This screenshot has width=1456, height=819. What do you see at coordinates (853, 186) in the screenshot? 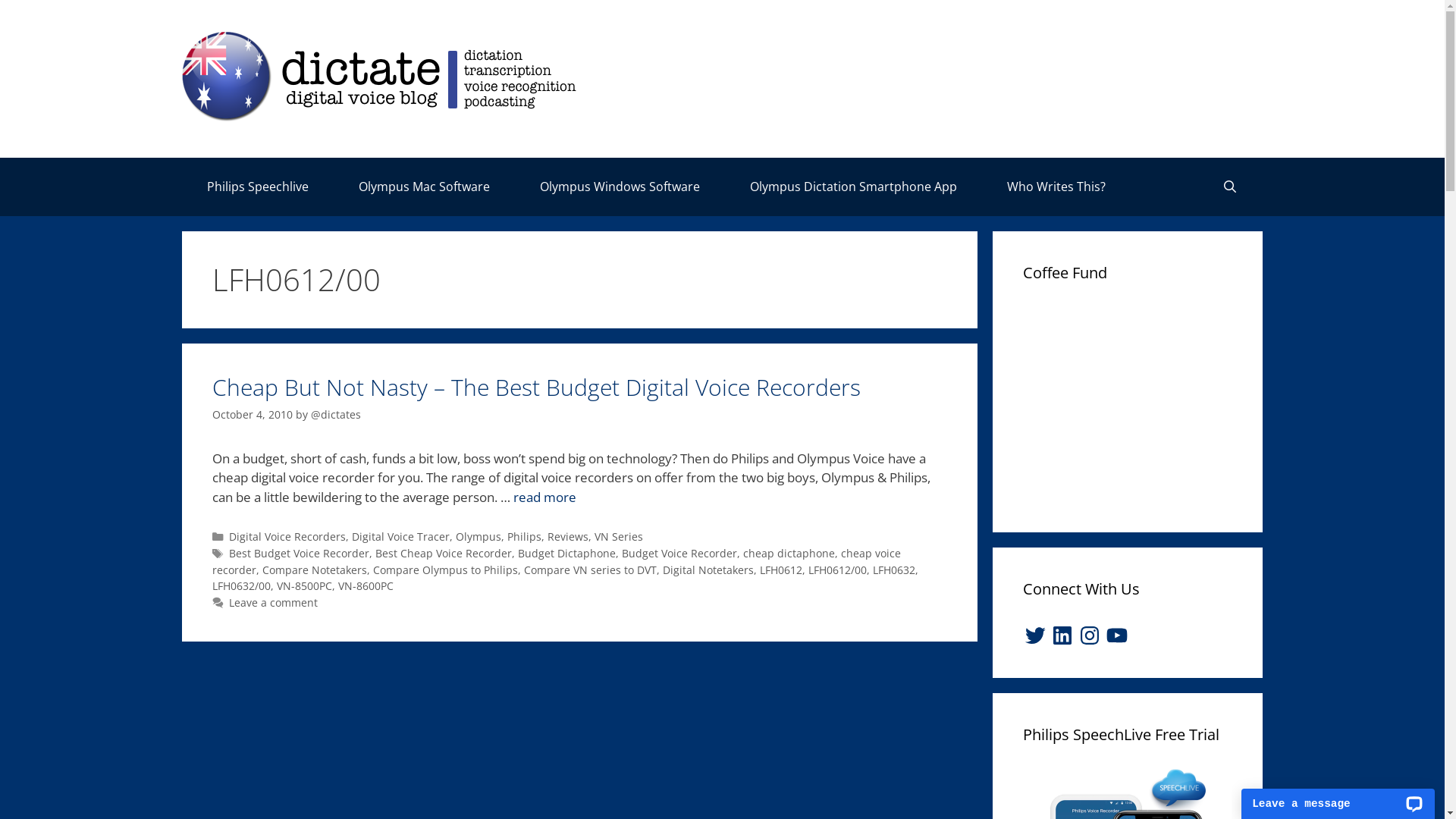
I see `'Olympus Dictation Smartphone App'` at bounding box center [853, 186].